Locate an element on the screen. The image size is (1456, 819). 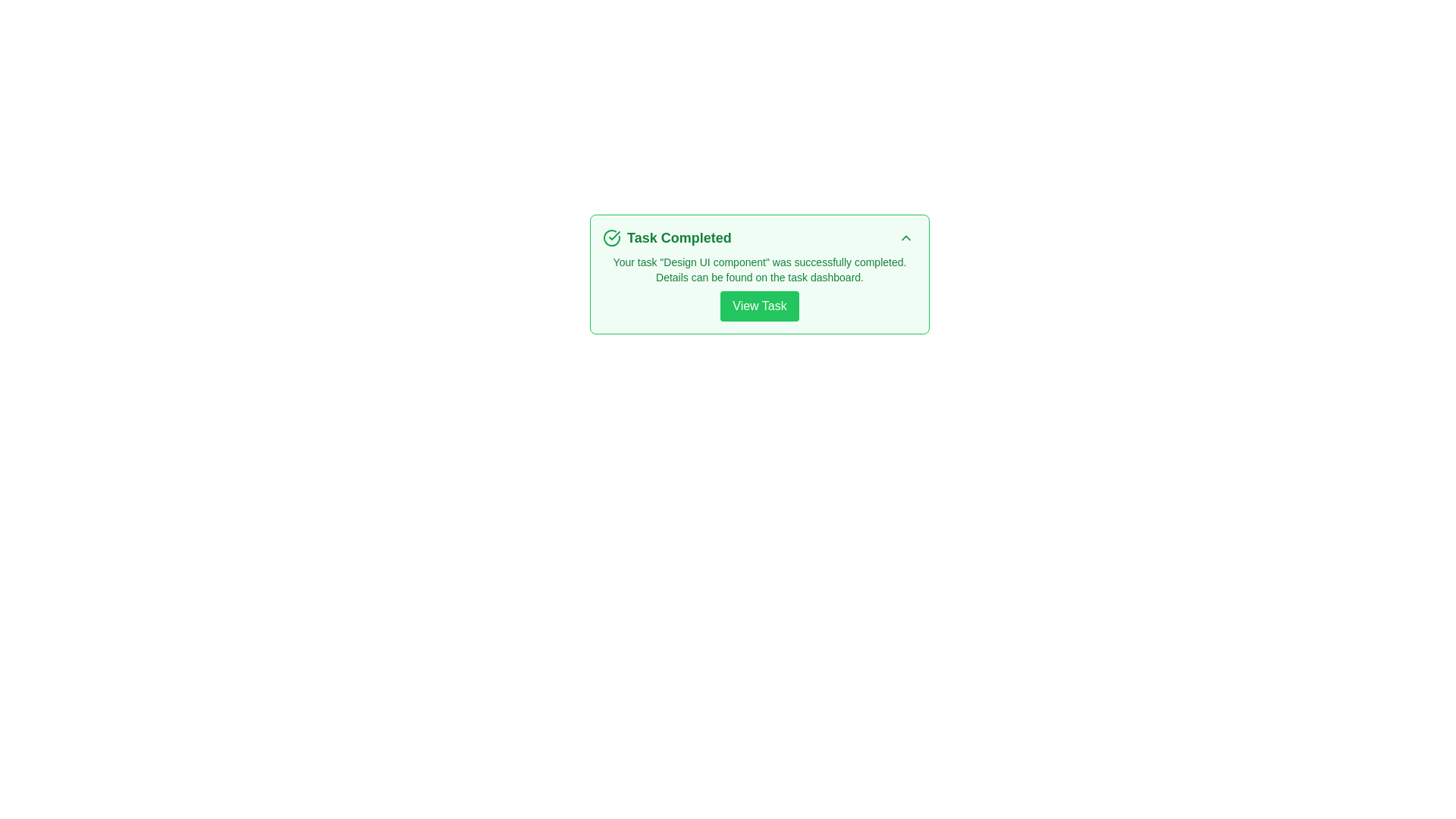
the 'View Task' button, which is a rectangular button with white text on a green background located at the bottom of the notification panel is located at coordinates (760, 306).